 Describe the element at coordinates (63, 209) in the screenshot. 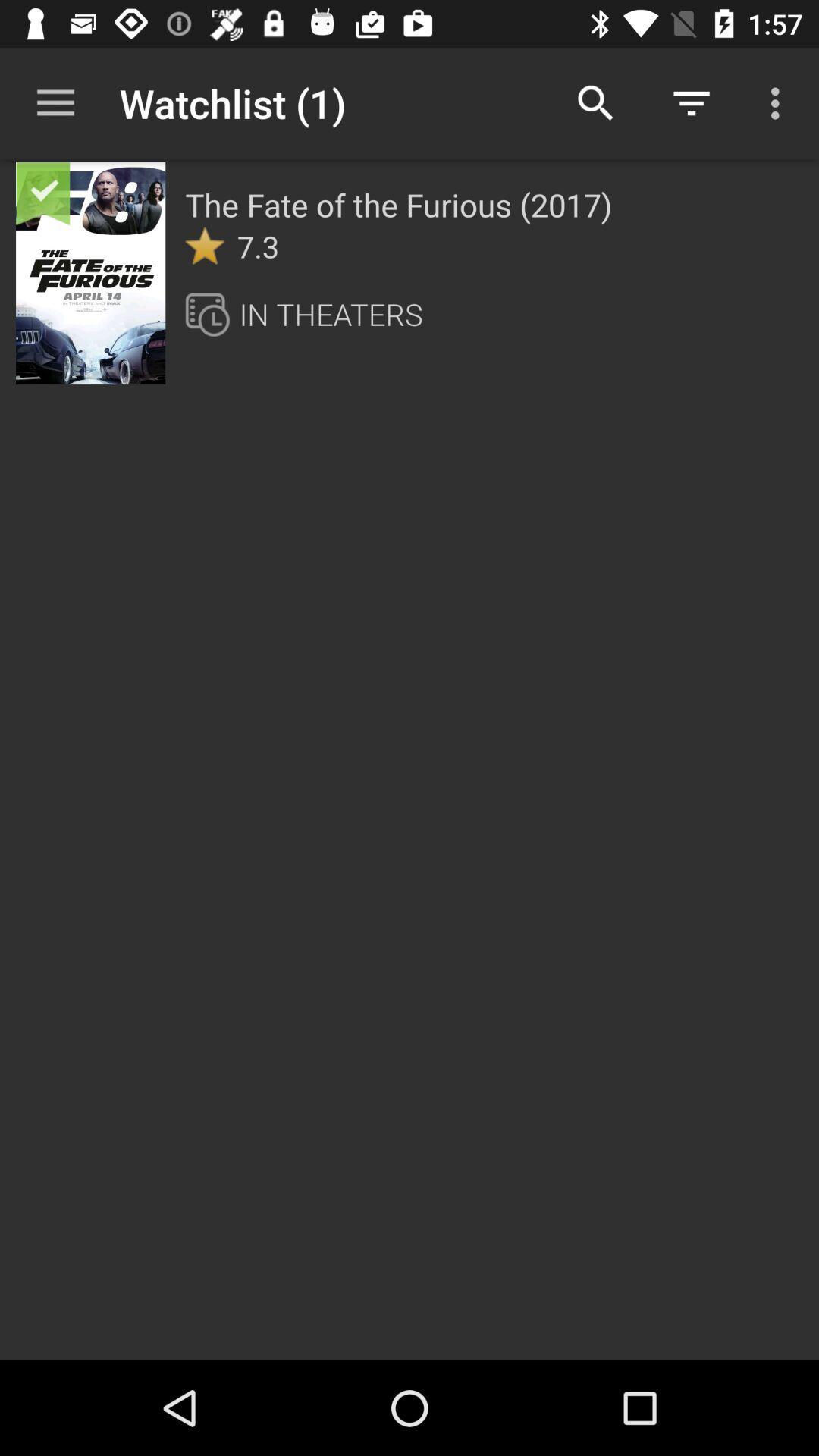

I see `the icon next to the the fate of` at that location.